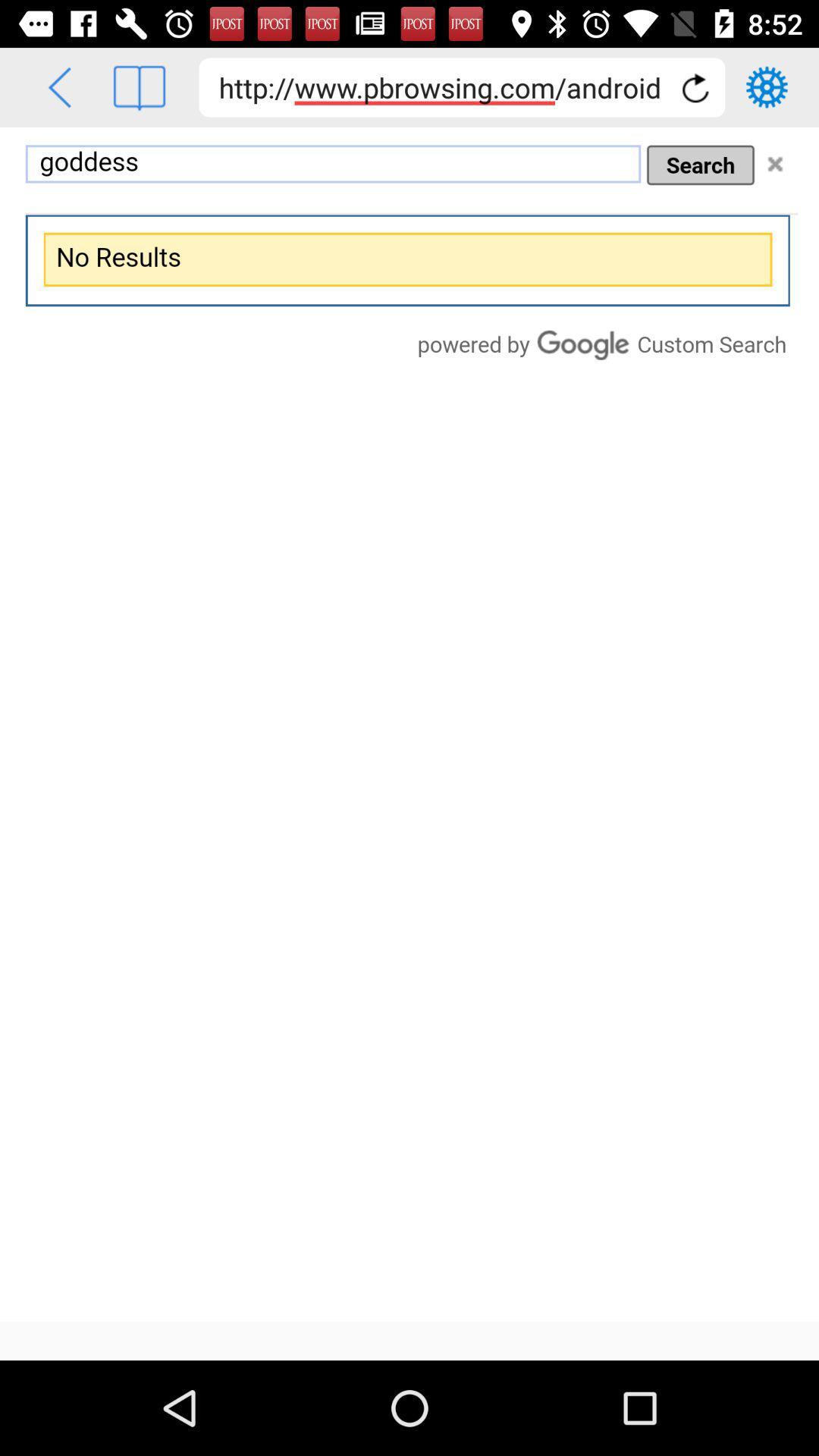 The image size is (819, 1456). Describe the element at coordinates (767, 86) in the screenshot. I see `settings` at that location.